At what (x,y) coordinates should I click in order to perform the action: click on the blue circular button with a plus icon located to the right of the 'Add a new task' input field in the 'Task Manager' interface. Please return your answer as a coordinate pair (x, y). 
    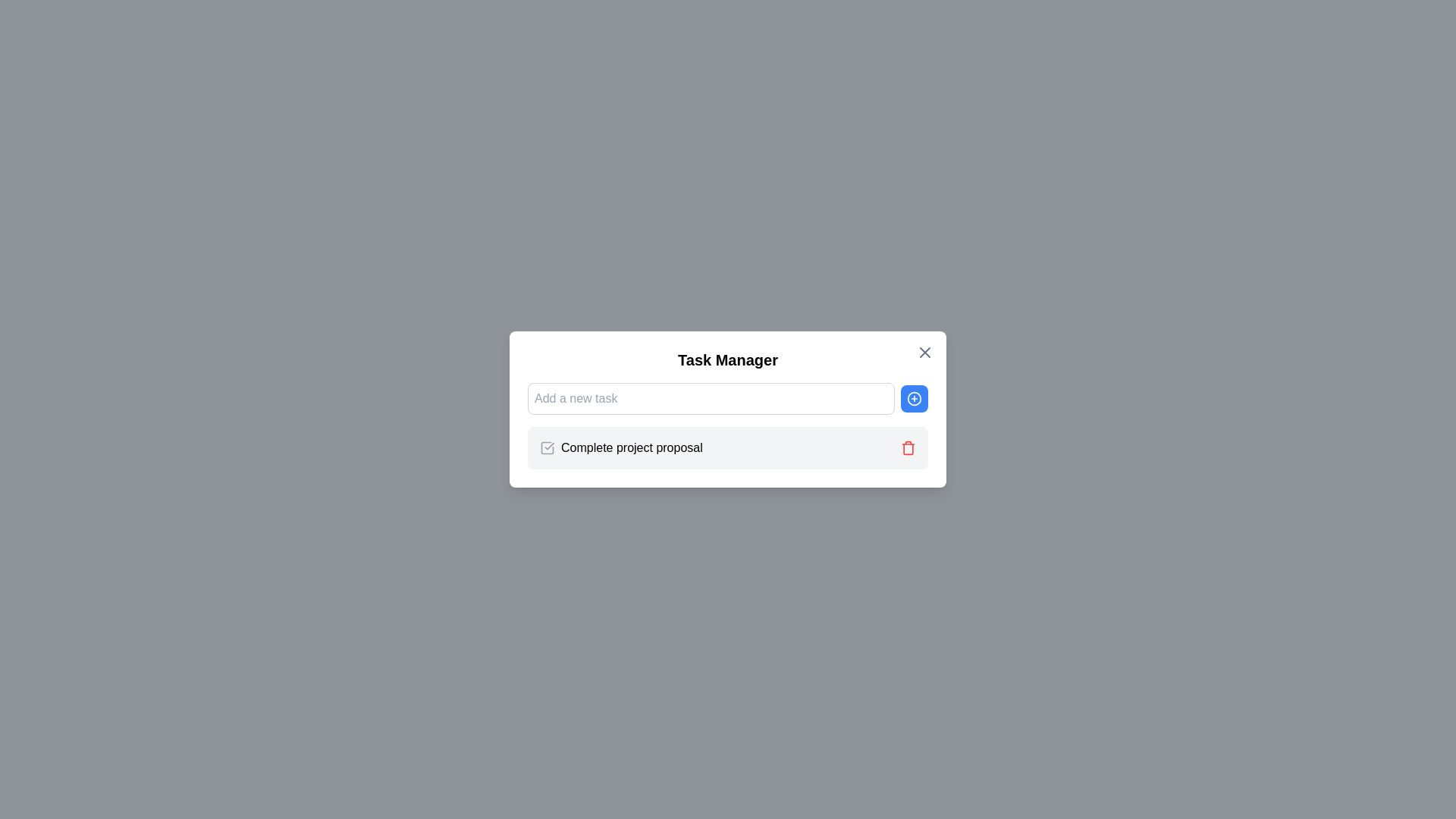
    Looking at the image, I should click on (913, 397).